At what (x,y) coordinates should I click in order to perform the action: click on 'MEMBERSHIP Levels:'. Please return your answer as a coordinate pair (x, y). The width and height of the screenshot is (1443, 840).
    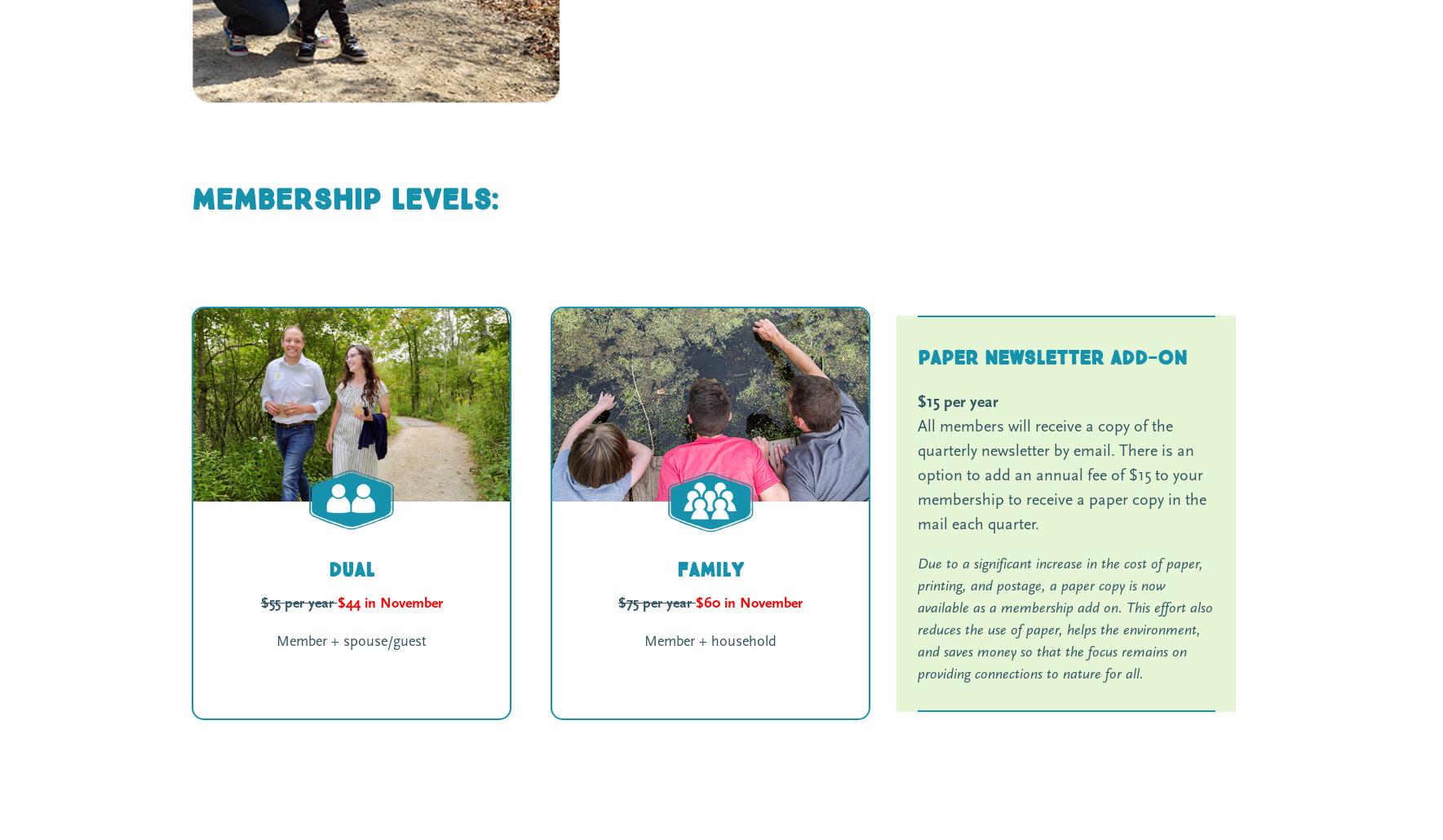
    Looking at the image, I should click on (191, 199).